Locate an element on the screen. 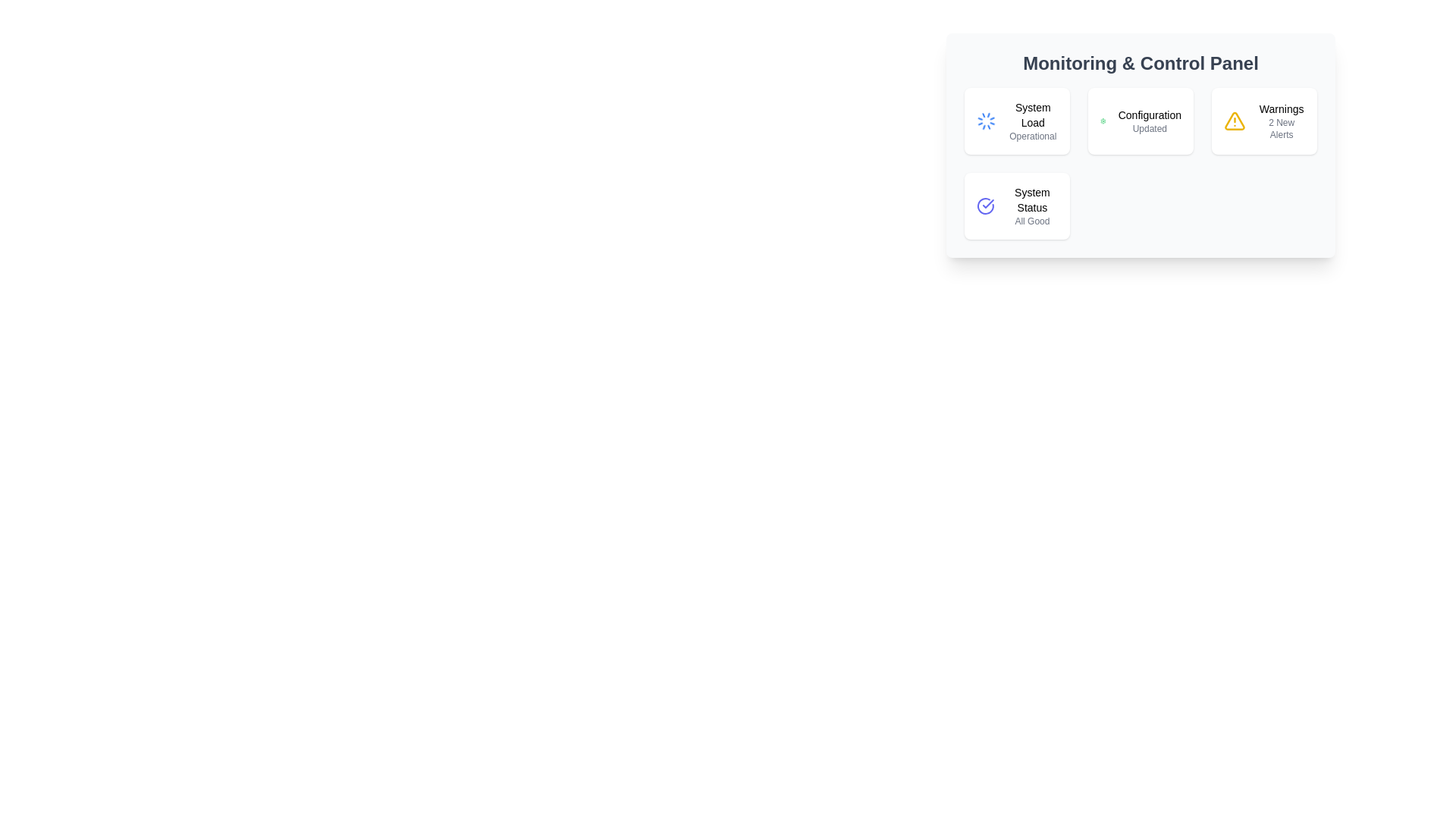 The image size is (1456, 819). the status update on the 'Status Display' element, which shows 'System Status' and 'All Good' in the bottom-left corner of the 'Monitoring & Control Panel' is located at coordinates (1031, 206).